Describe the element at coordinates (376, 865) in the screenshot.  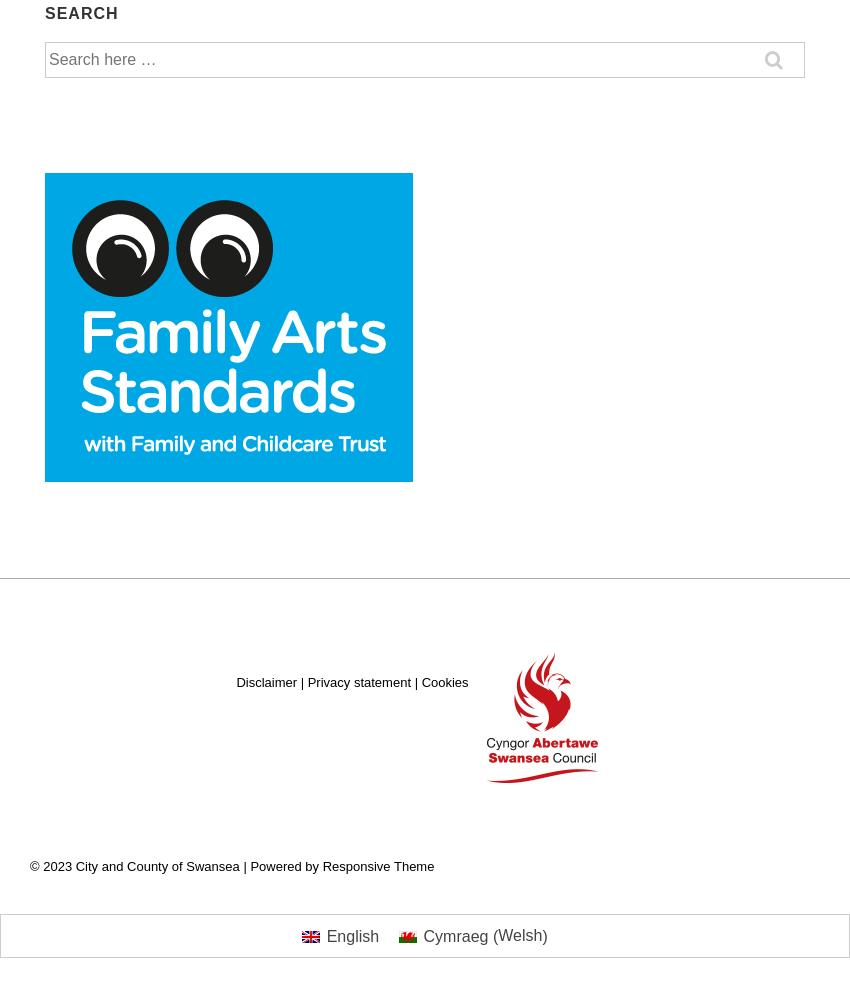
I see `'Responsive Theme'` at that location.